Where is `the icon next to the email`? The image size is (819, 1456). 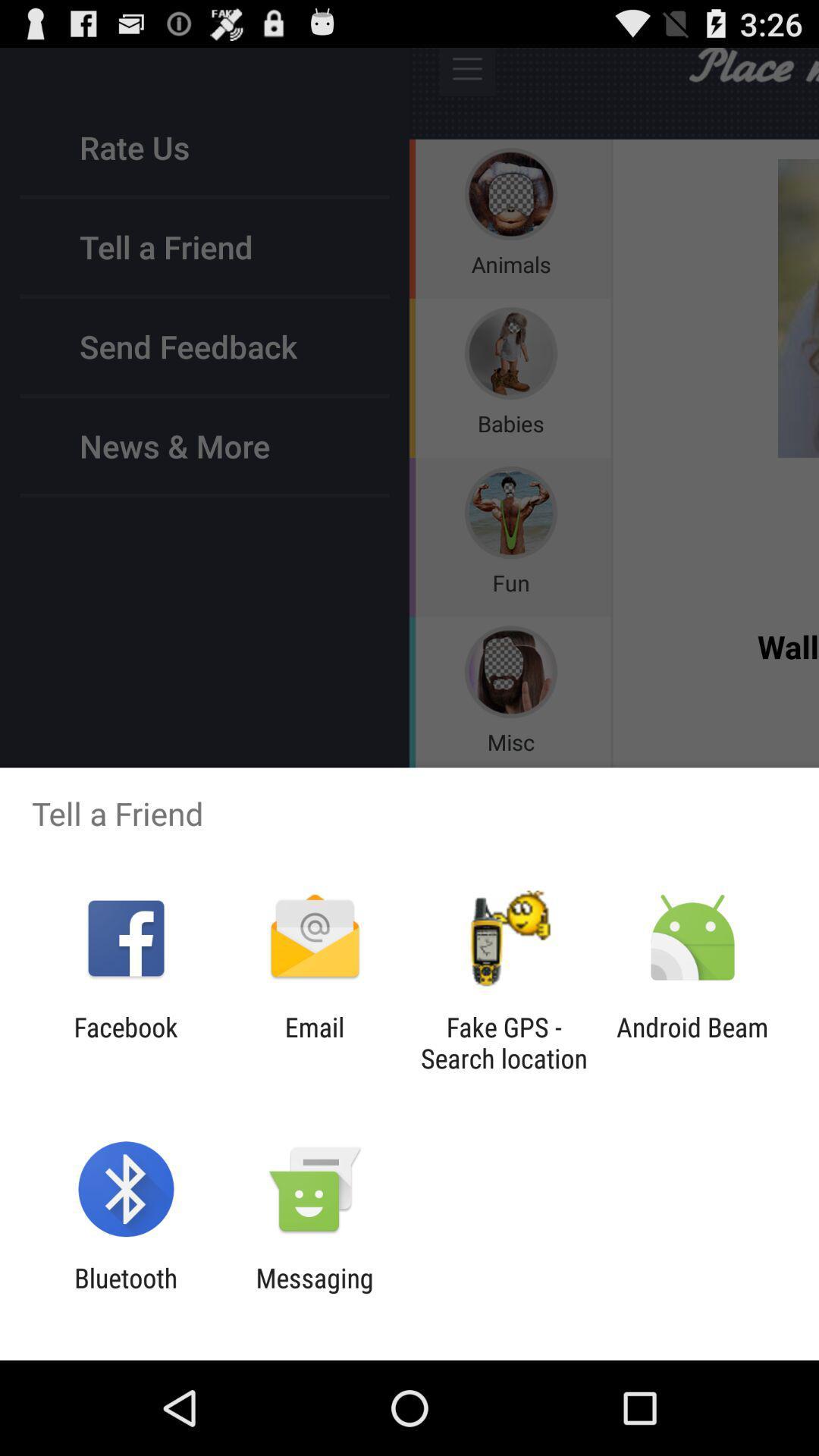
the icon next to the email is located at coordinates (504, 1042).